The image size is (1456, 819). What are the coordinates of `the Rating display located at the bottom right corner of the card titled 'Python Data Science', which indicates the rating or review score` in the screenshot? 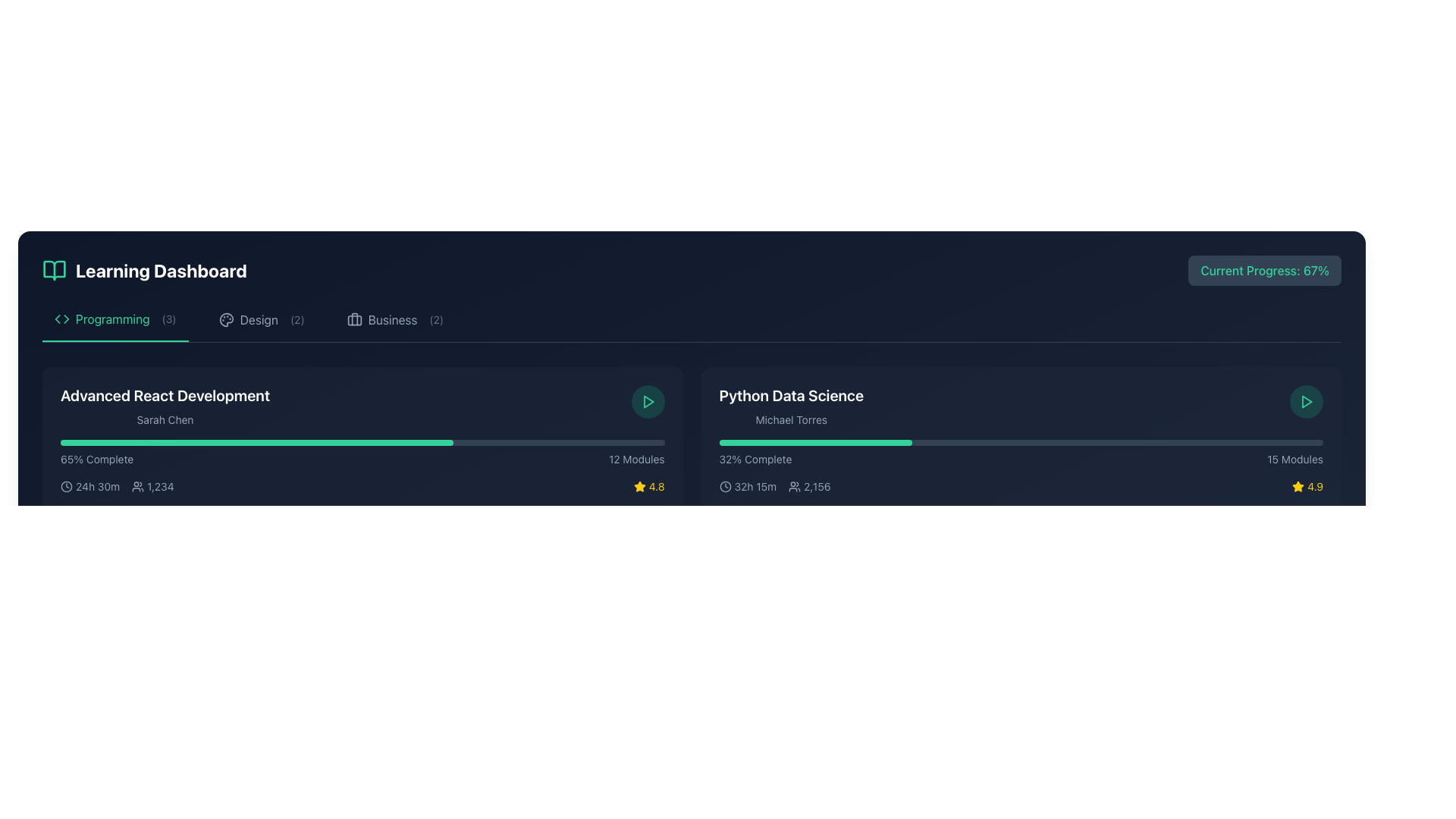 It's located at (1307, 486).